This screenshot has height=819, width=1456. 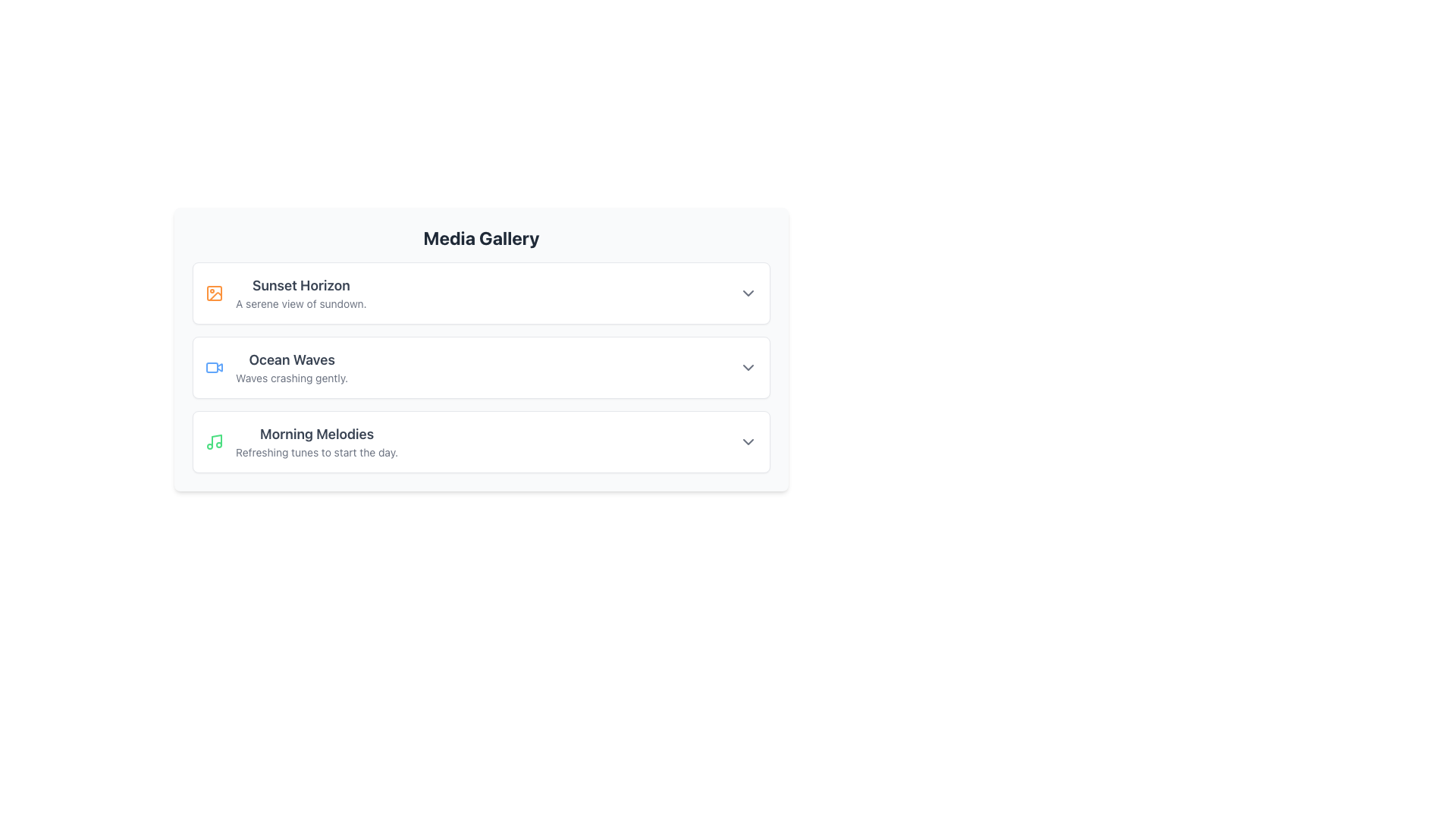 What do you see at coordinates (316, 435) in the screenshot?
I see `the 'Morning Melodies' static text label, which serves as the title in the Media Gallery, located in the third row with a music note icon to its left` at bounding box center [316, 435].